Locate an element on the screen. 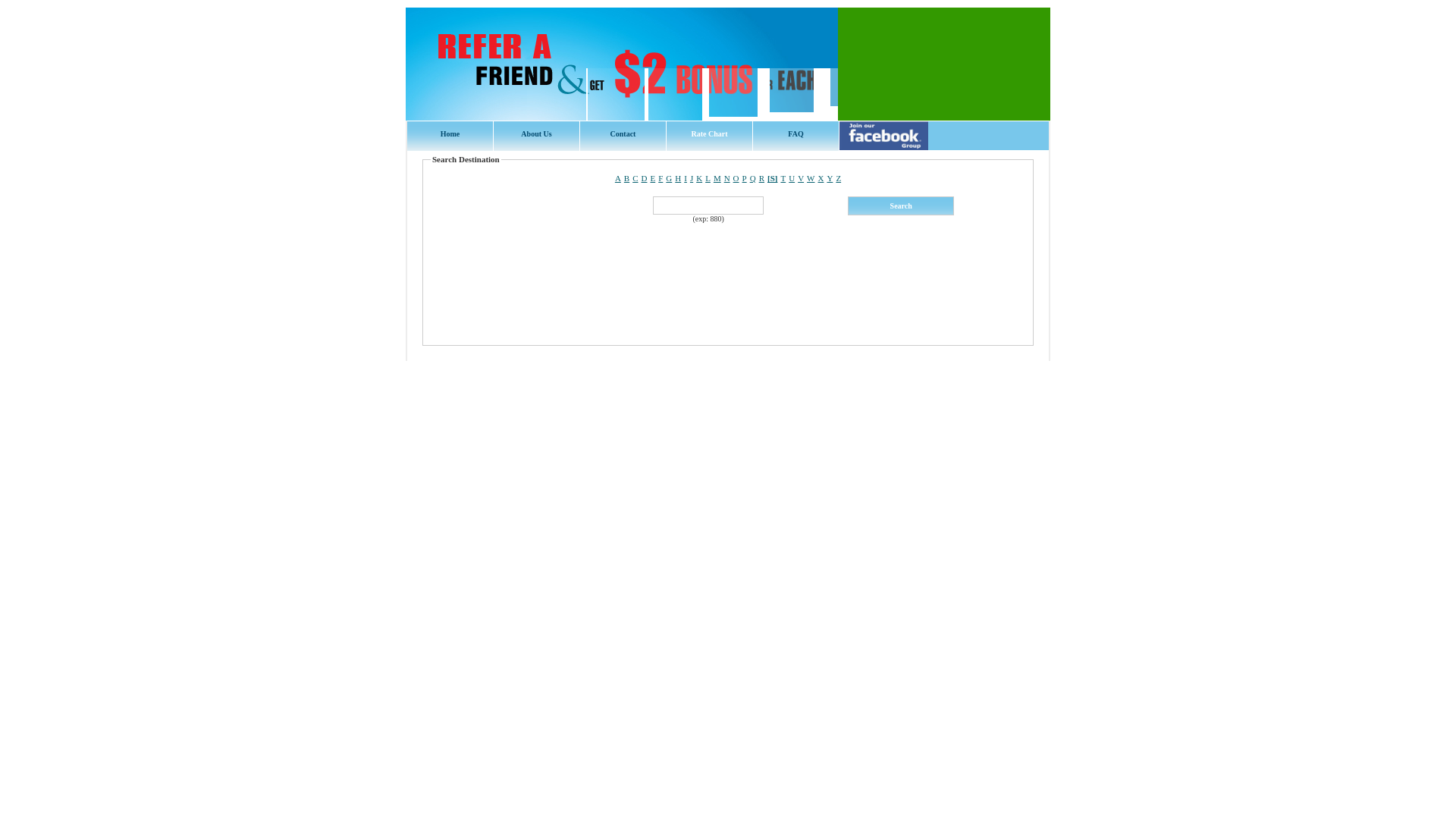 The image size is (1456, 819). 'C' is located at coordinates (635, 177).